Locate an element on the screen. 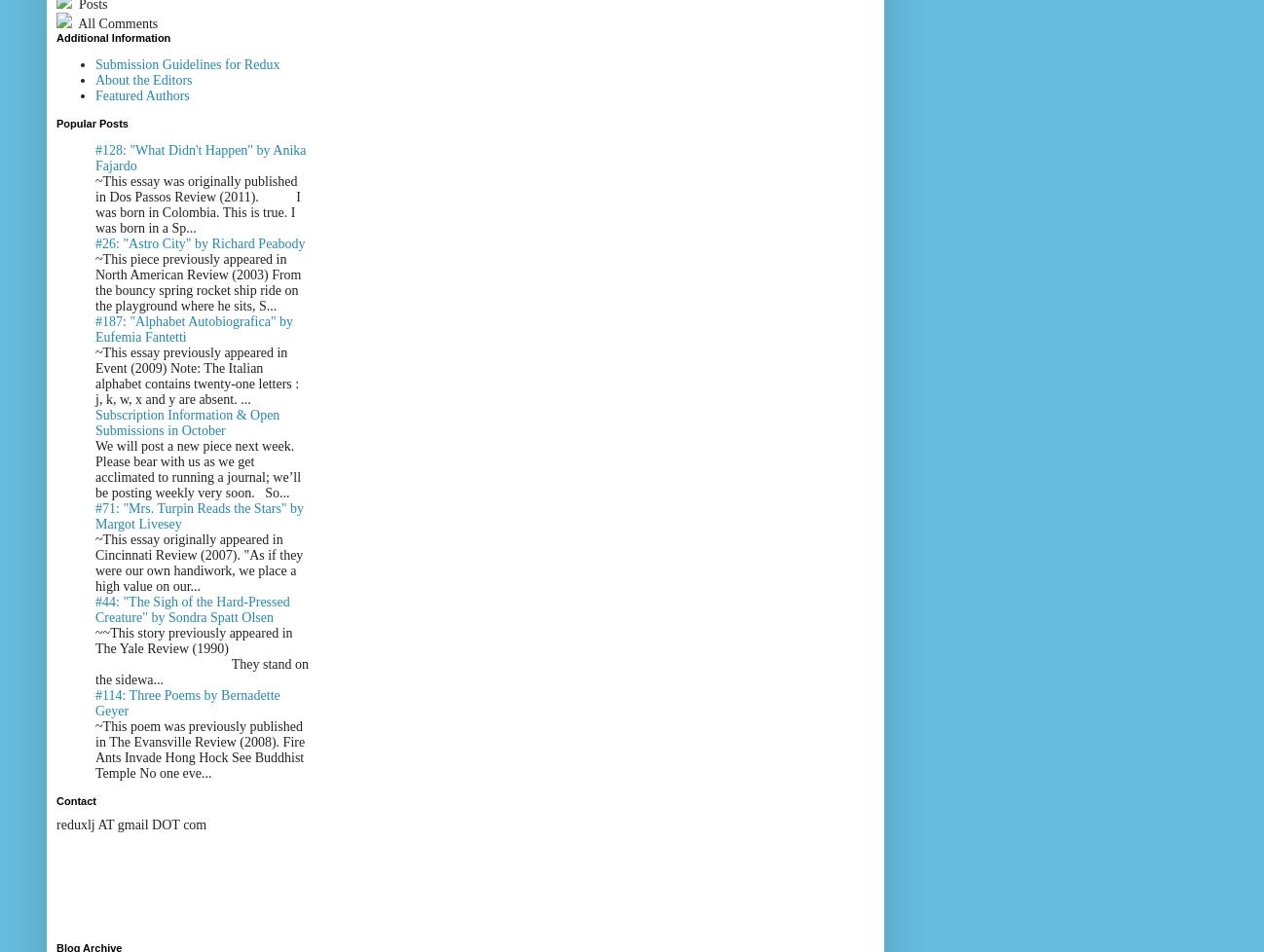 This screenshot has width=1264, height=952. '~This essay previously appeared in Event  (2009)     Note: The Italian alphabet contains twenty-one letters : j, k, w, x and y are absent. ...' is located at coordinates (197, 375).